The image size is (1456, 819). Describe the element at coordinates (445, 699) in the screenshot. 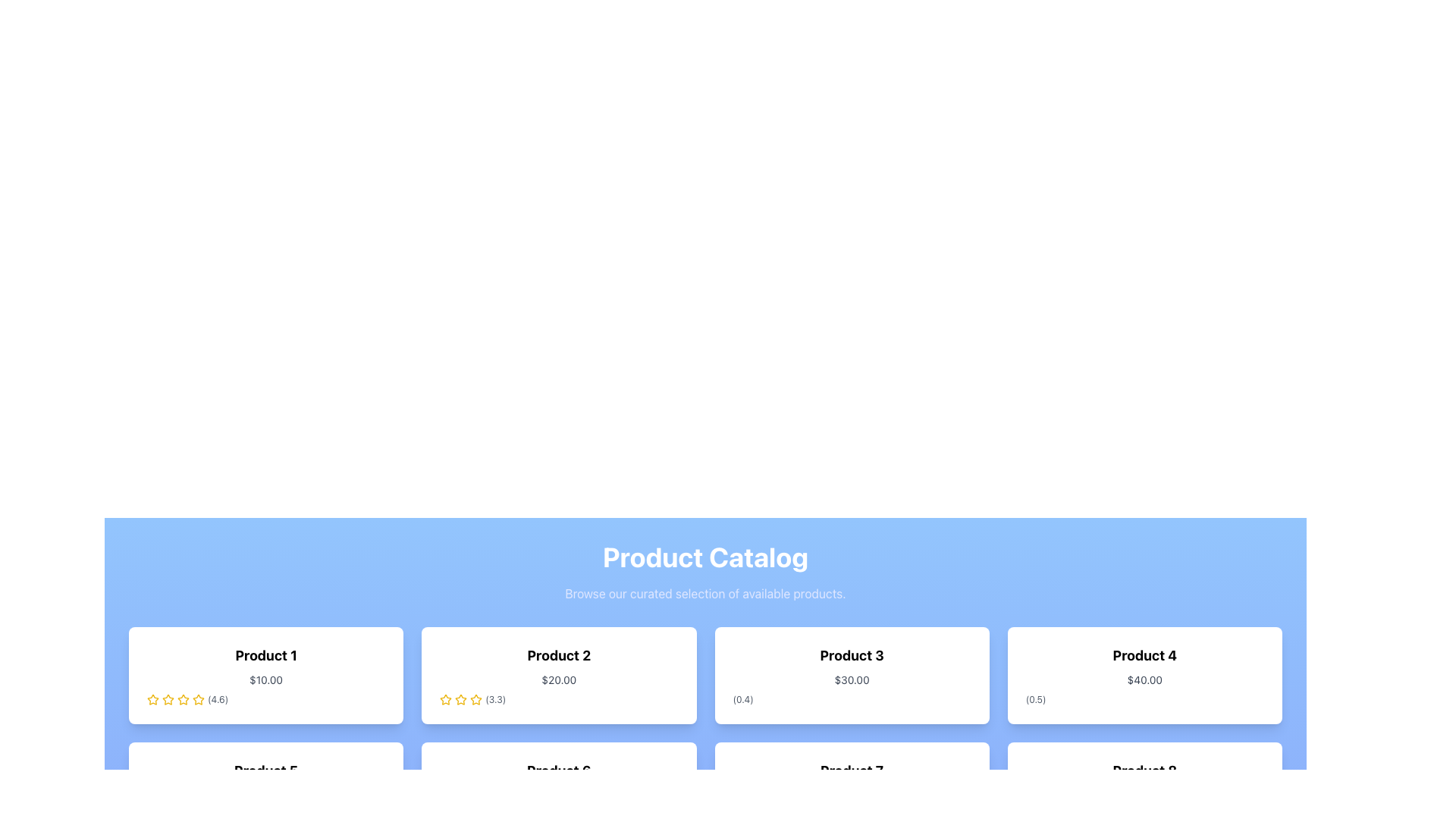

I see `the first graphical star icon in the star rating display for 'Product 2', which is styled with a yellow outline and located directly above its price and below the title` at that location.